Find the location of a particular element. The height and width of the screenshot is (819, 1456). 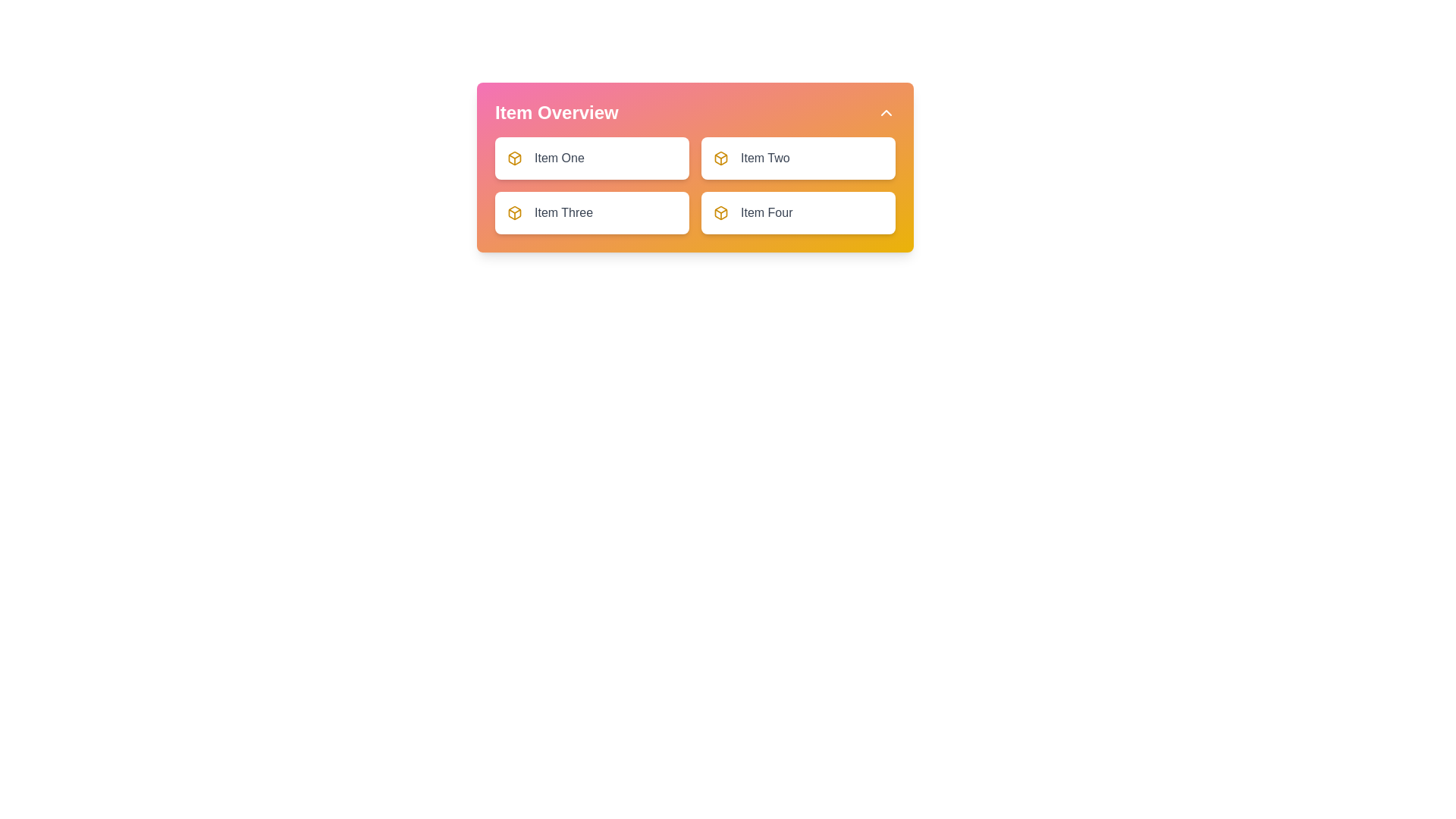

the decorative icon representing a 'box' or enclosure located to the left of the text-label 'Item Three' in the 'Item Overview' section is located at coordinates (514, 213).